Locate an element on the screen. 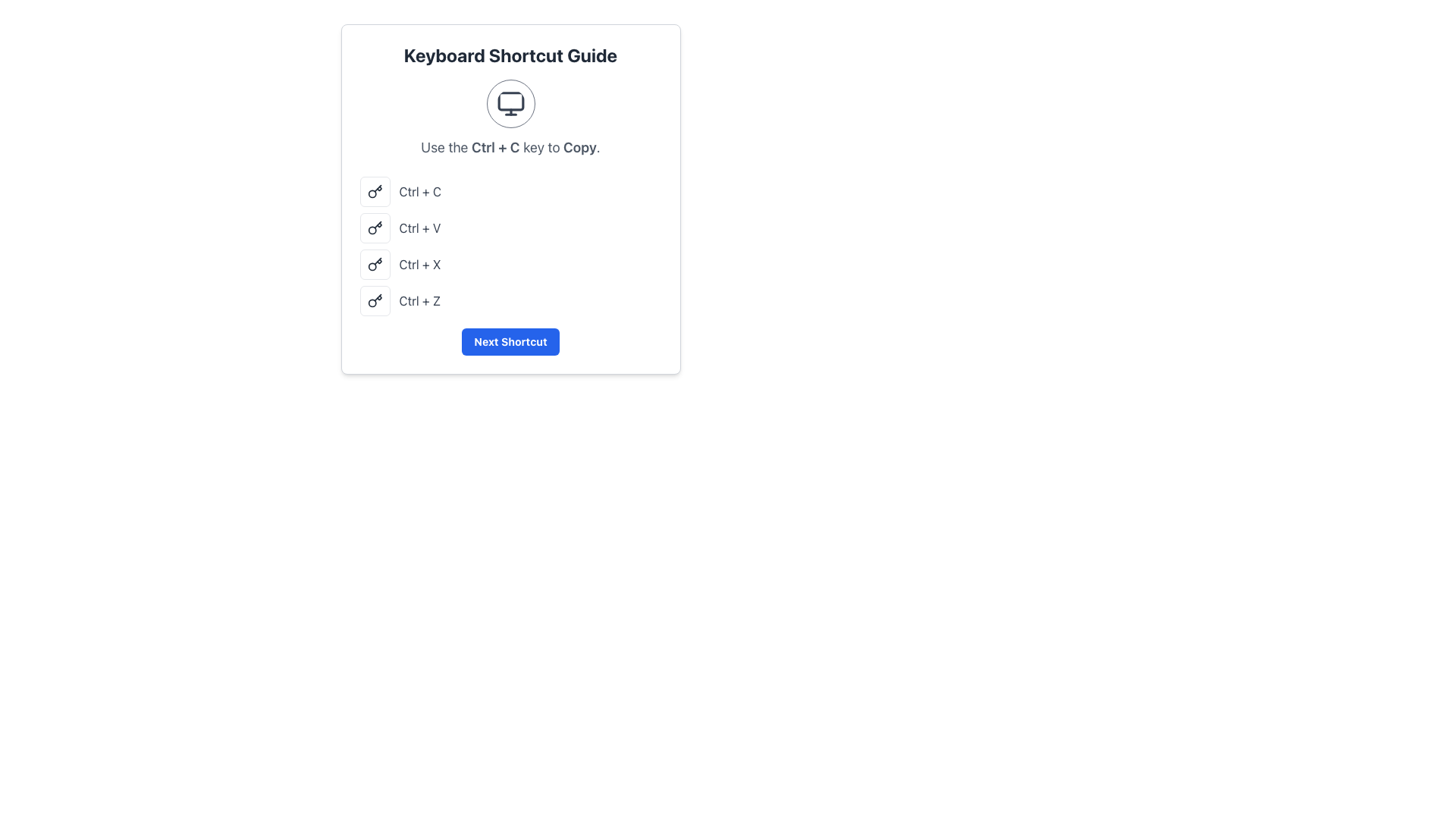  the square icon button with a key icon, located to the left of the text 'Ctrl + Z' is located at coordinates (375, 301).